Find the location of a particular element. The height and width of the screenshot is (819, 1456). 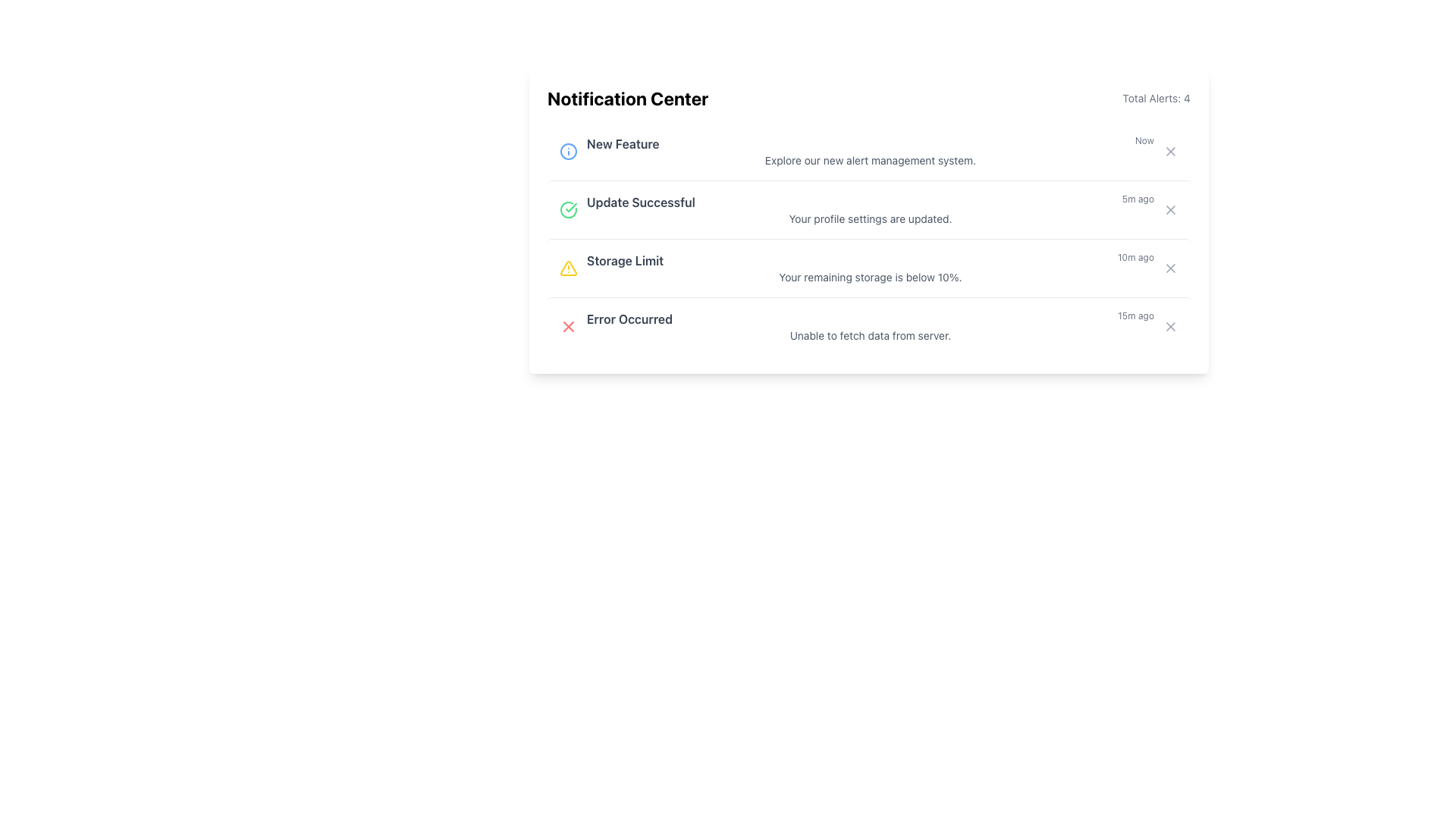

the warning indicator icon for storage limits, which is located in the left part of the third row within a list of notifications, aligned with the 'Storage Limit' text is located at coordinates (567, 268).